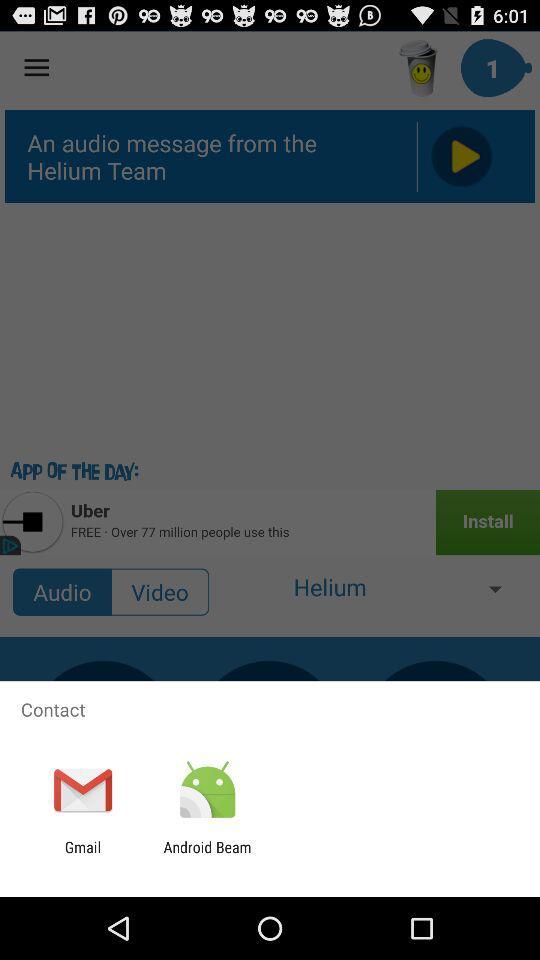 The height and width of the screenshot is (960, 540). What do you see at coordinates (82, 855) in the screenshot?
I see `the gmail item` at bounding box center [82, 855].